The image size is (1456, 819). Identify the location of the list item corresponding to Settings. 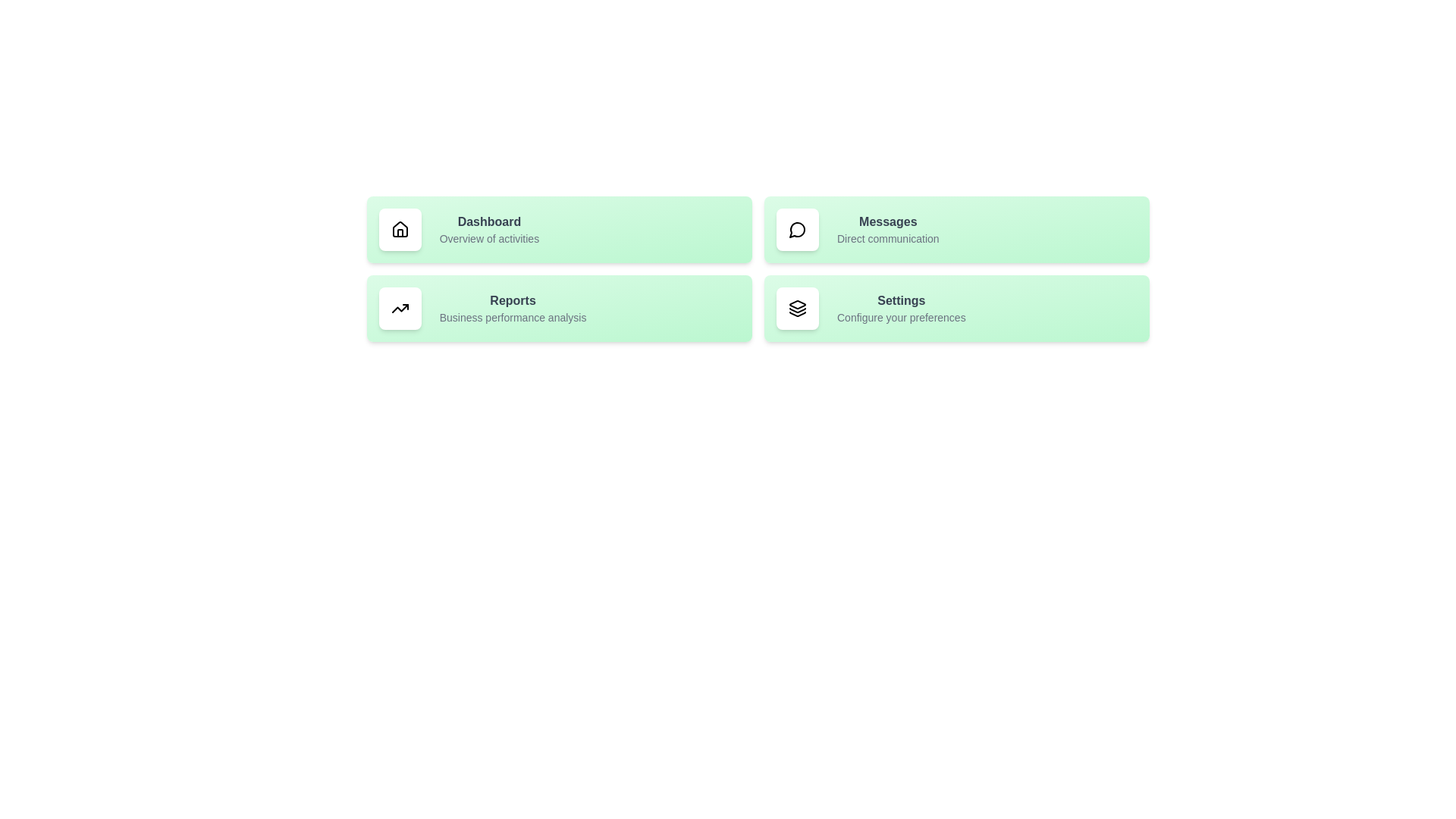
(956, 308).